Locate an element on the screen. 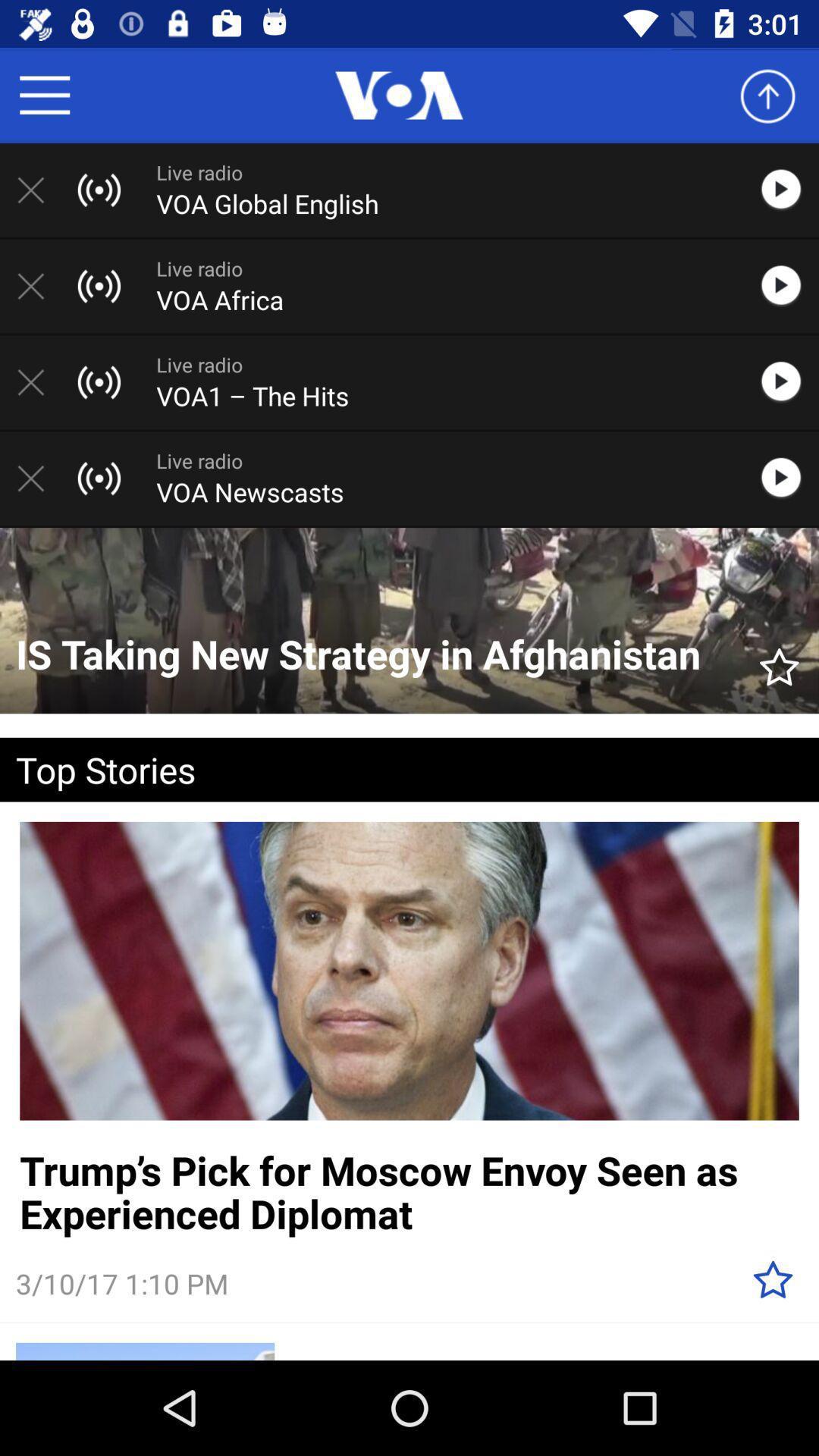 The width and height of the screenshot is (819, 1456). the close icon is located at coordinates (38, 286).